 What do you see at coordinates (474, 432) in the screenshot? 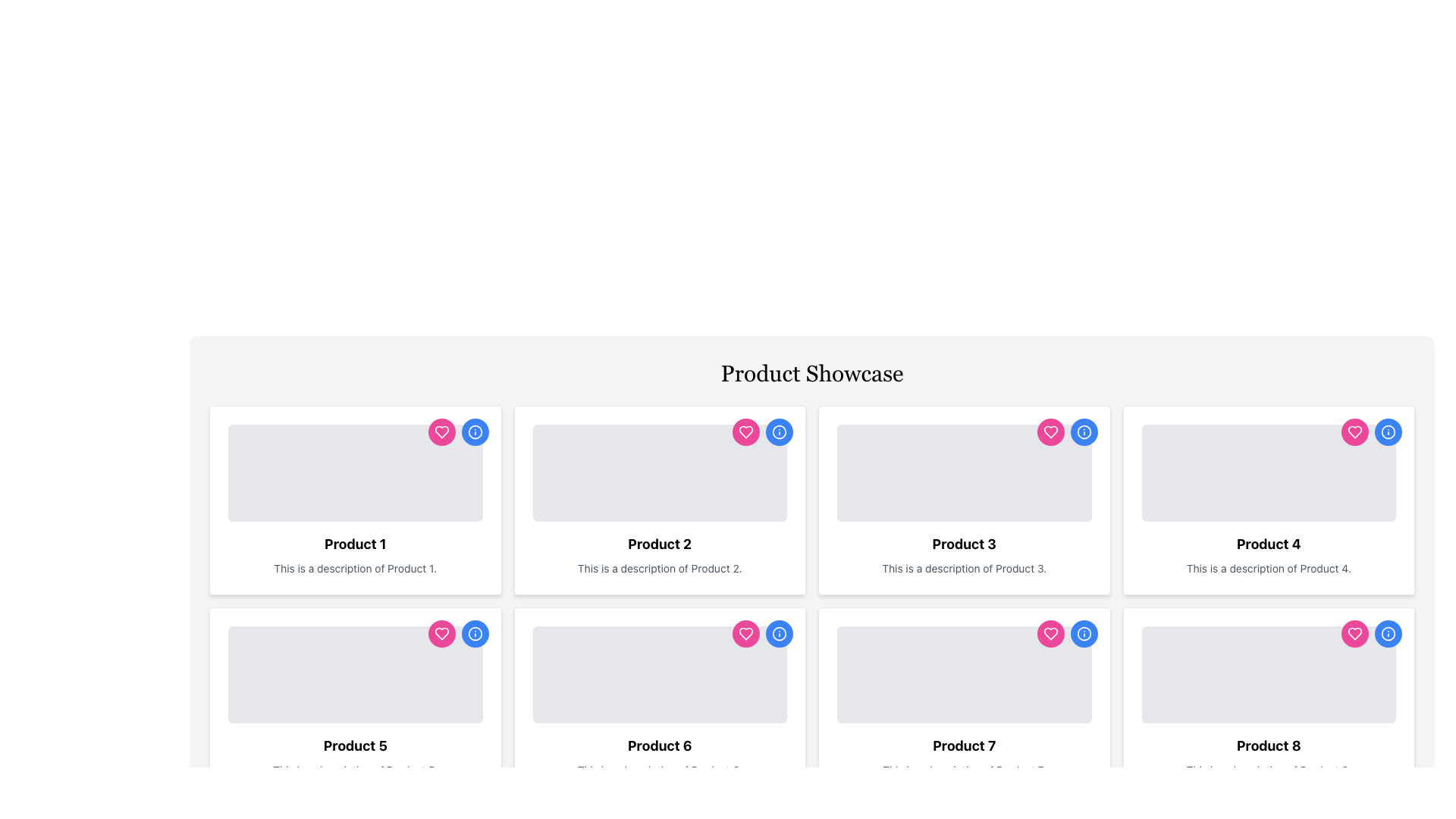
I see `the circular blue icon button with a white outline, which features an information symbol, located to the right of the heart icon in the action button group on the top-right corner of the 'Product 1' card` at bounding box center [474, 432].